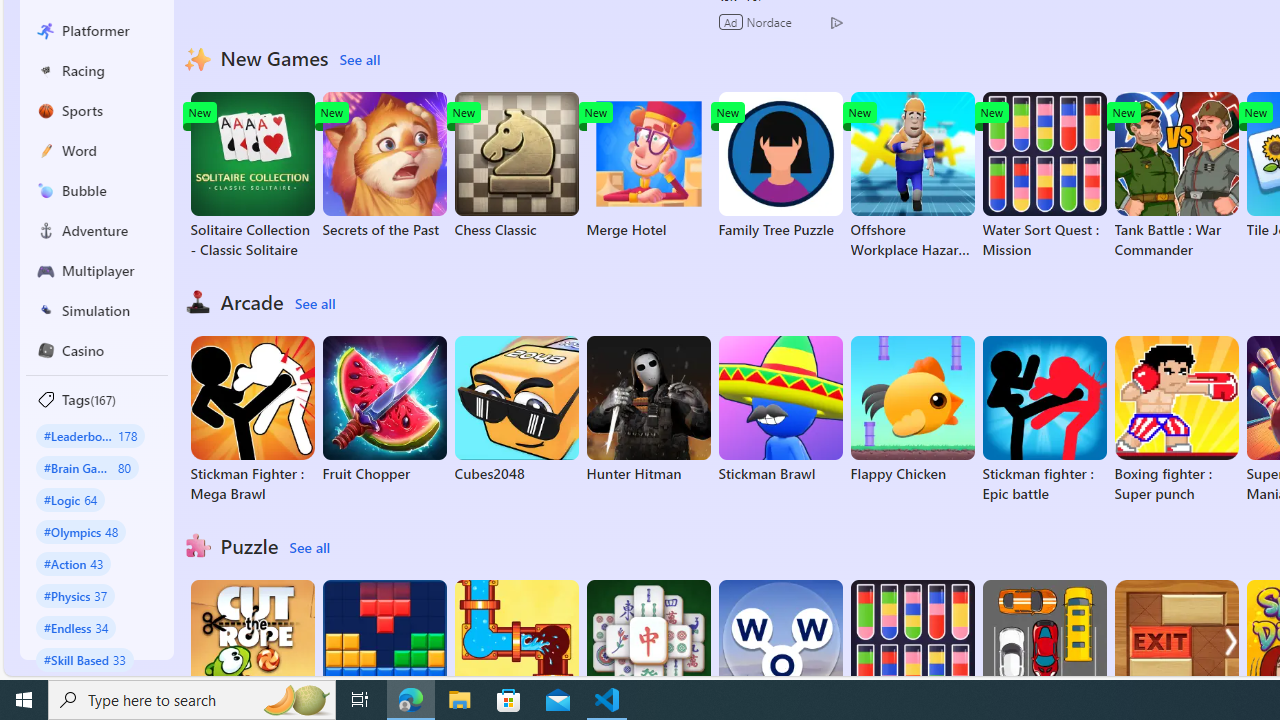 Image resolution: width=1280 pixels, height=720 pixels. What do you see at coordinates (80, 530) in the screenshot?
I see `'#Olympics 48'` at bounding box center [80, 530].